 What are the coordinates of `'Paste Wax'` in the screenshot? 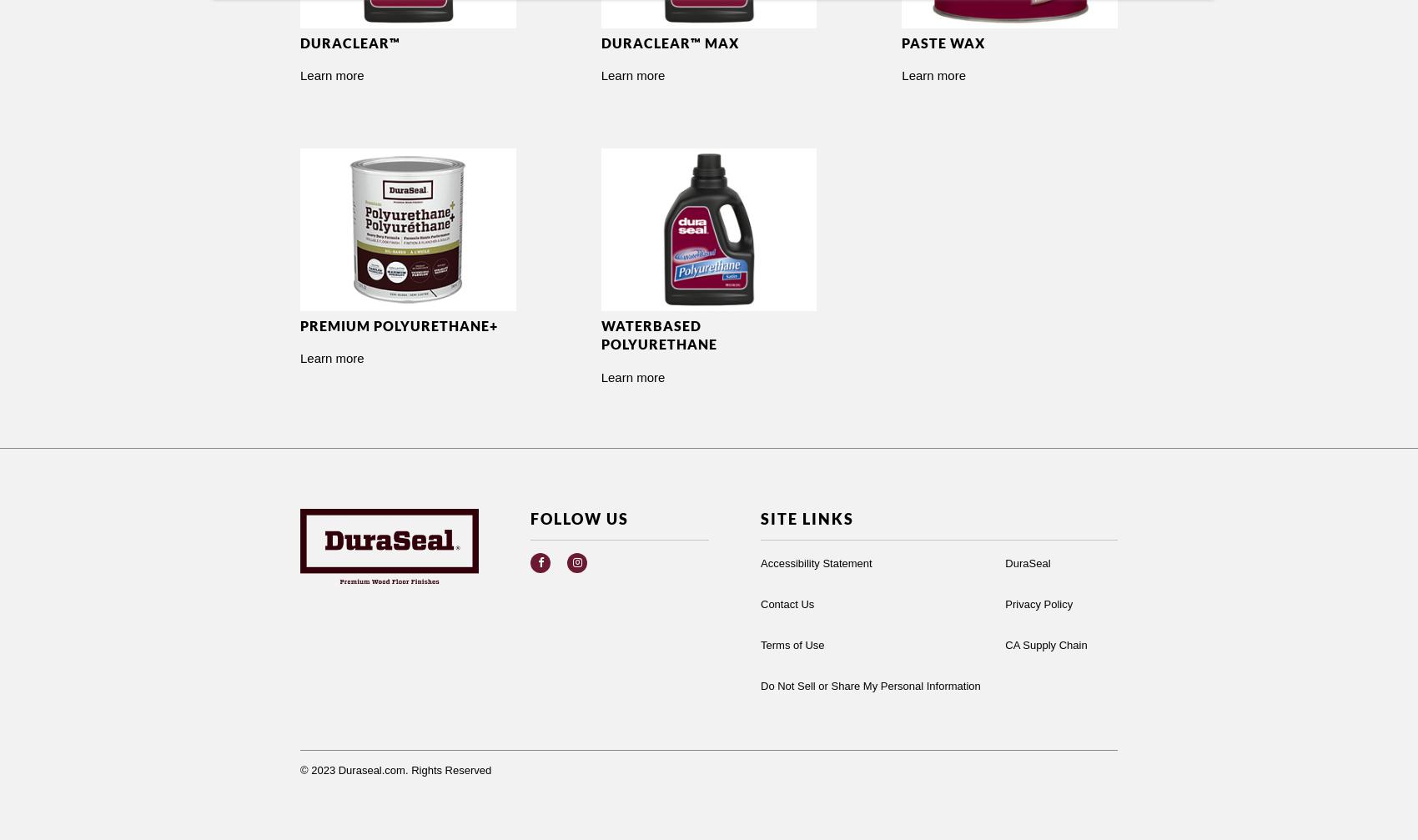 It's located at (943, 43).